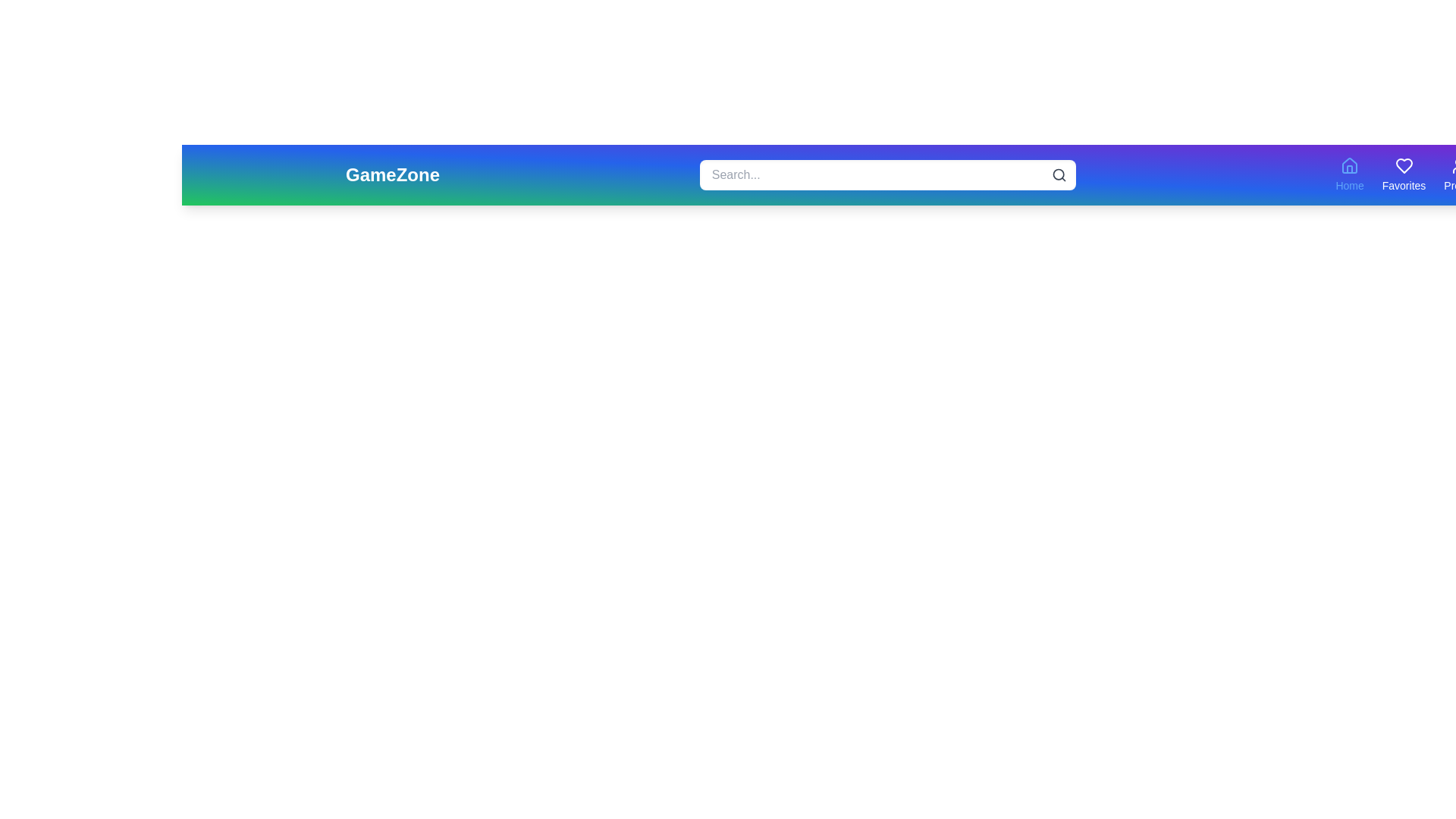 This screenshot has width=1456, height=819. I want to click on the 'GameZone' logo to return to the homepage, so click(393, 174).